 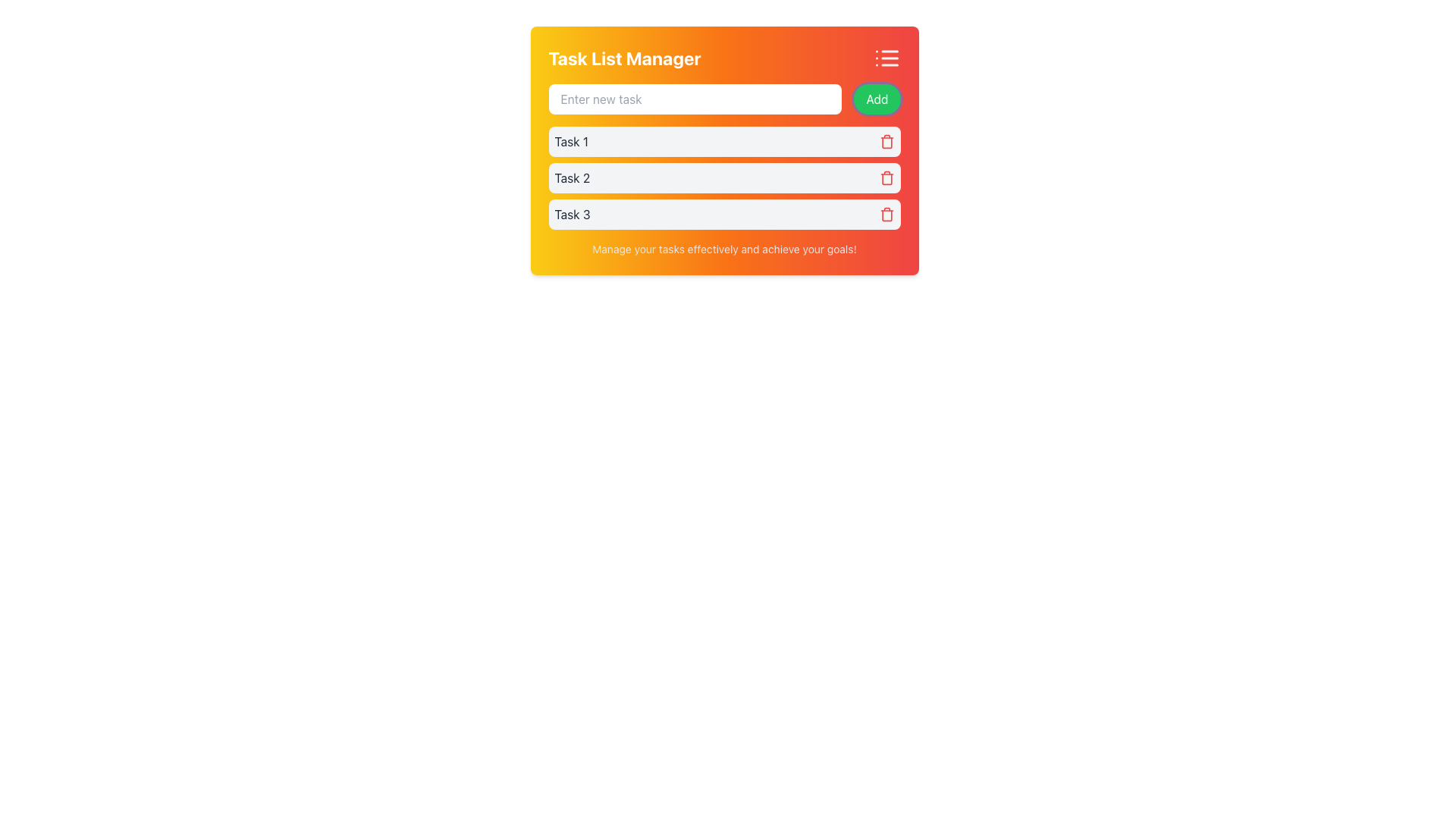 What do you see at coordinates (571, 177) in the screenshot?
I see `the text label displaying the title of the second task in the task list, located in the 'Task List Manager' section` at bounding box center [571, 177].